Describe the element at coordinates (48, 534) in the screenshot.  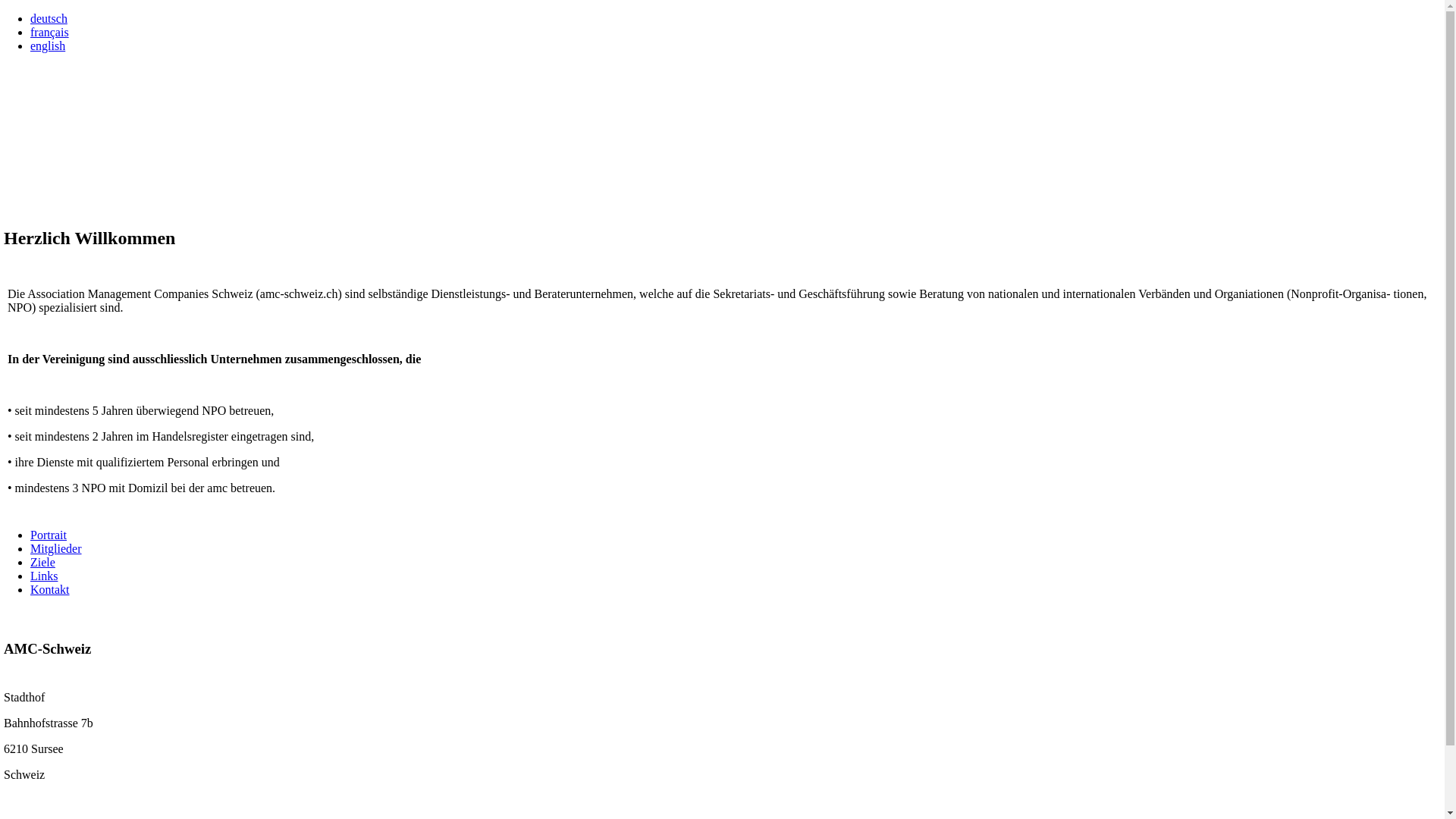
I see `'Portrait'` at that location.